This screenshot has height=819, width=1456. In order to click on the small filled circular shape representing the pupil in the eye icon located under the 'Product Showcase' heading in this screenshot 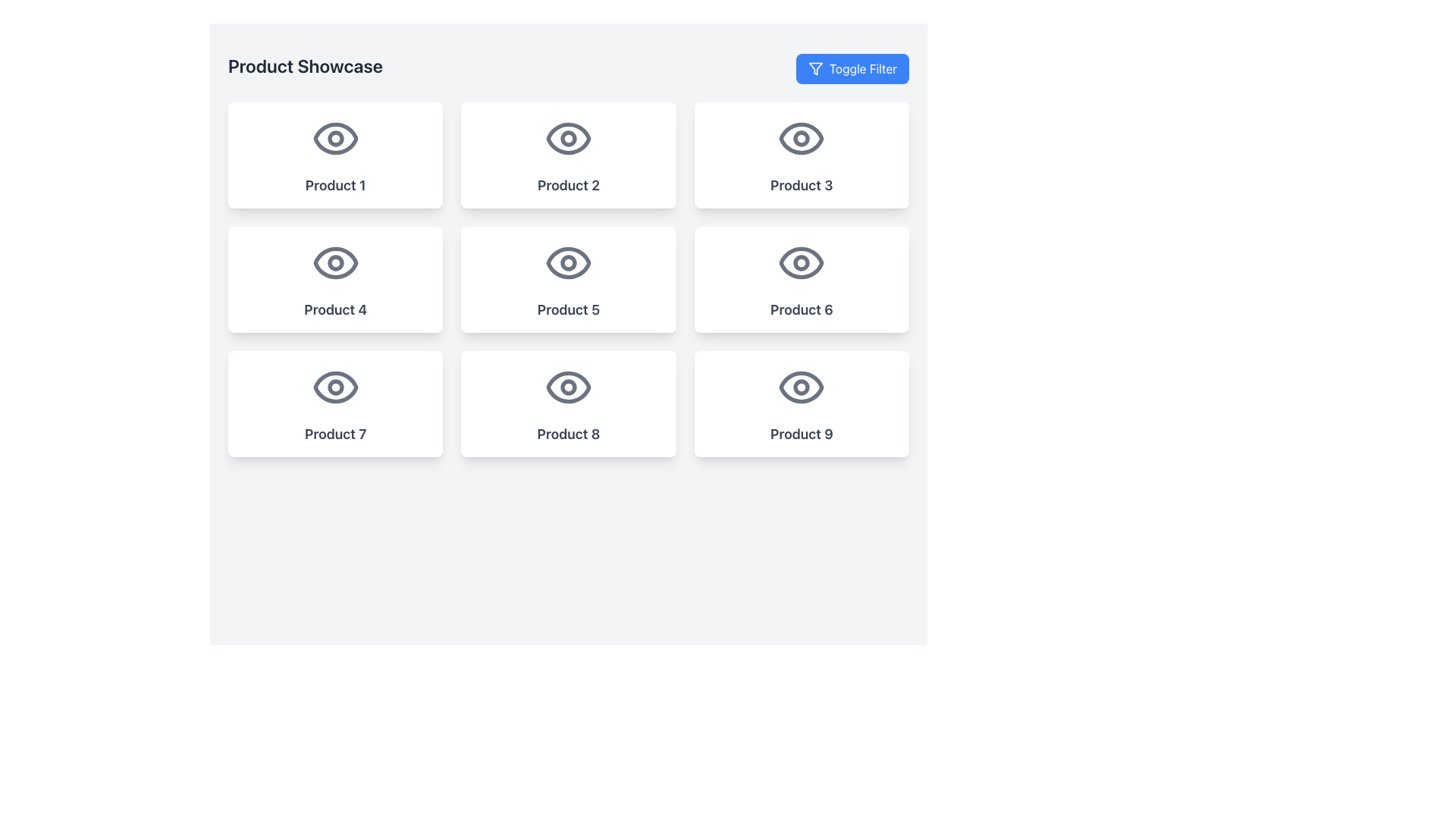, I will do `click(334, 138)`.